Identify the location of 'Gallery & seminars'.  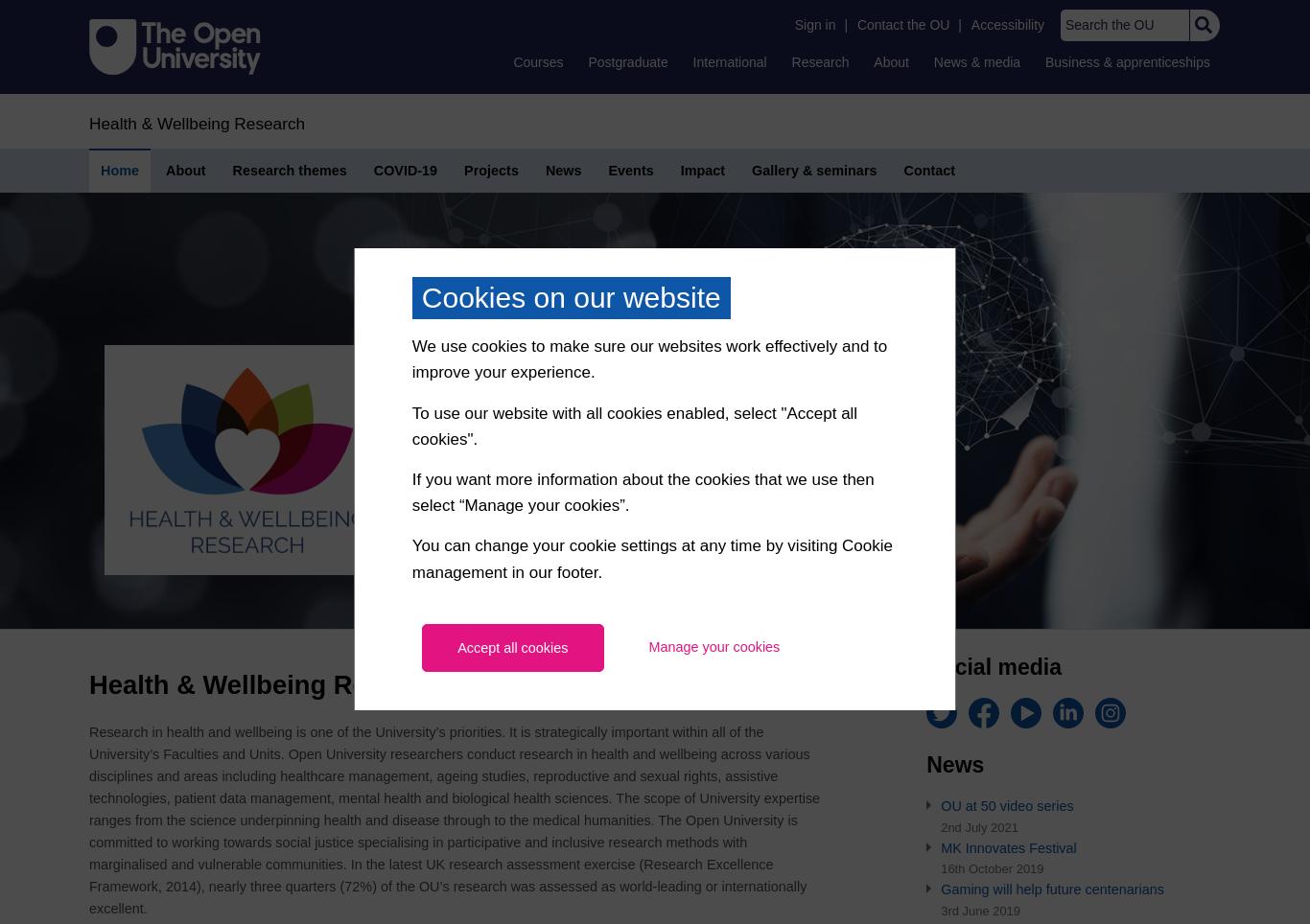
(812, 169).